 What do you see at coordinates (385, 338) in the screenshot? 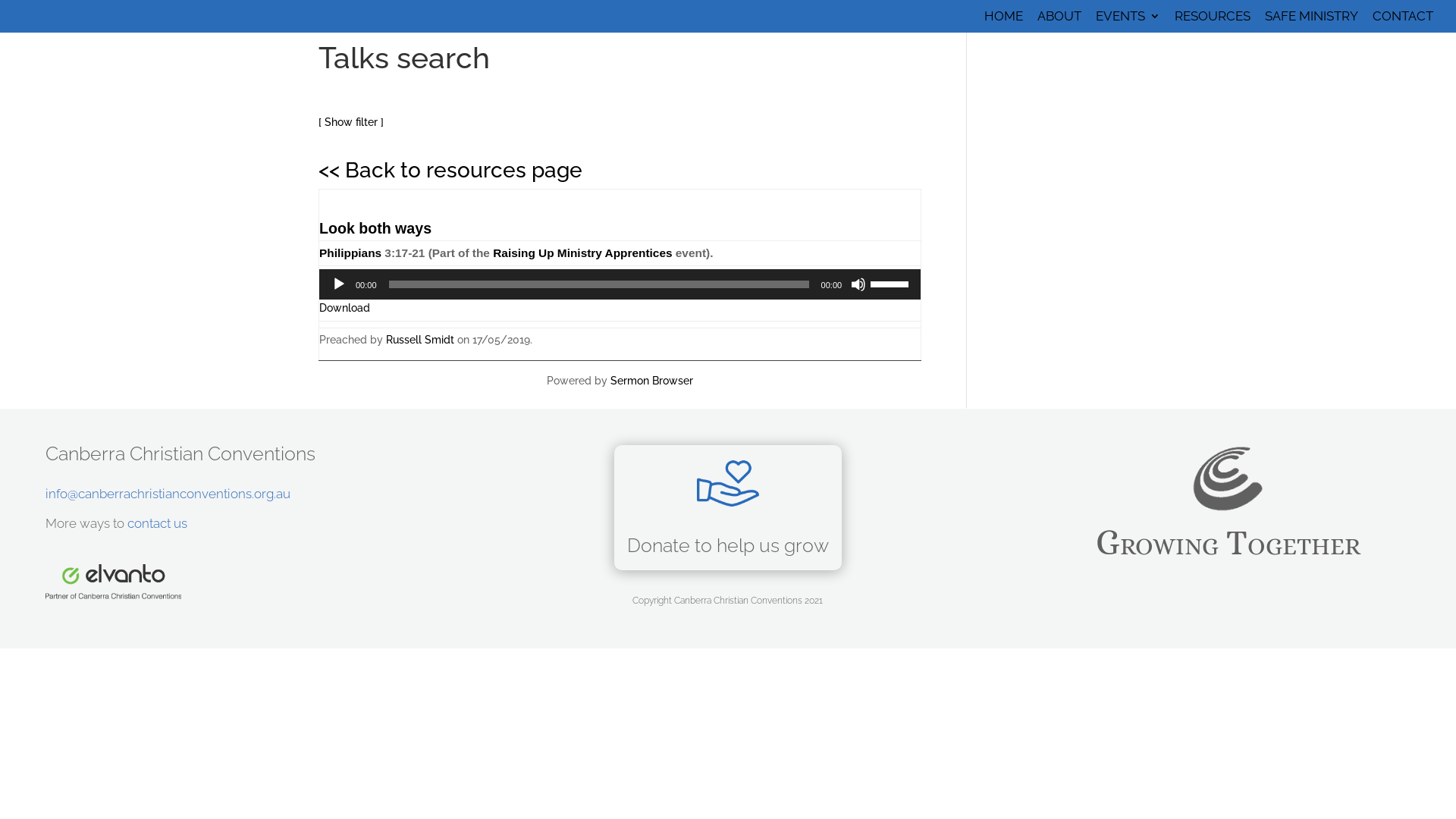
I see `'Russell Smidt'` at bounding box center [385, 338].